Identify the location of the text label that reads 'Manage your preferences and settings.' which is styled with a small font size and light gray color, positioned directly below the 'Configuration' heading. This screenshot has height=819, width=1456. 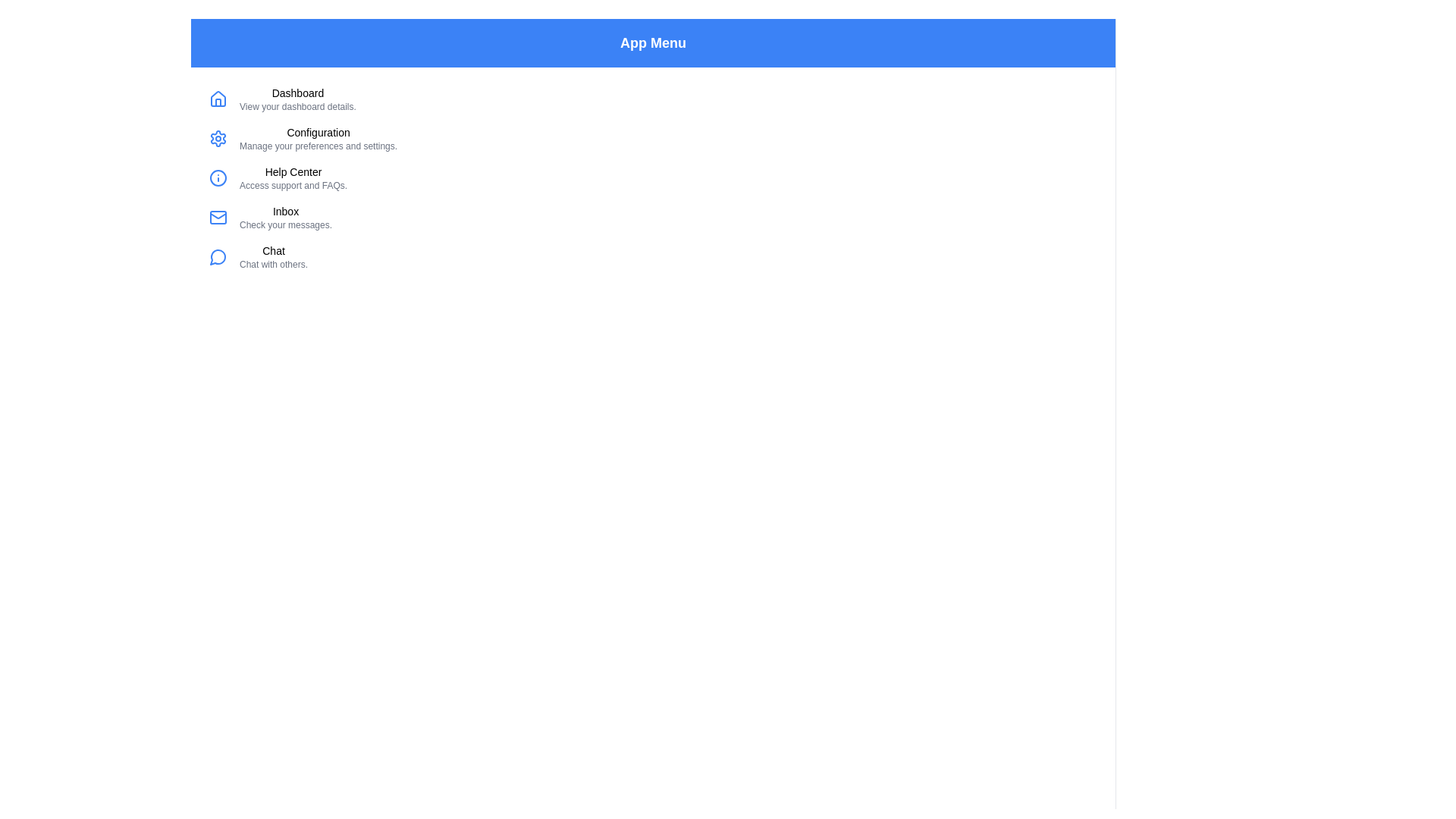
(318, 146).